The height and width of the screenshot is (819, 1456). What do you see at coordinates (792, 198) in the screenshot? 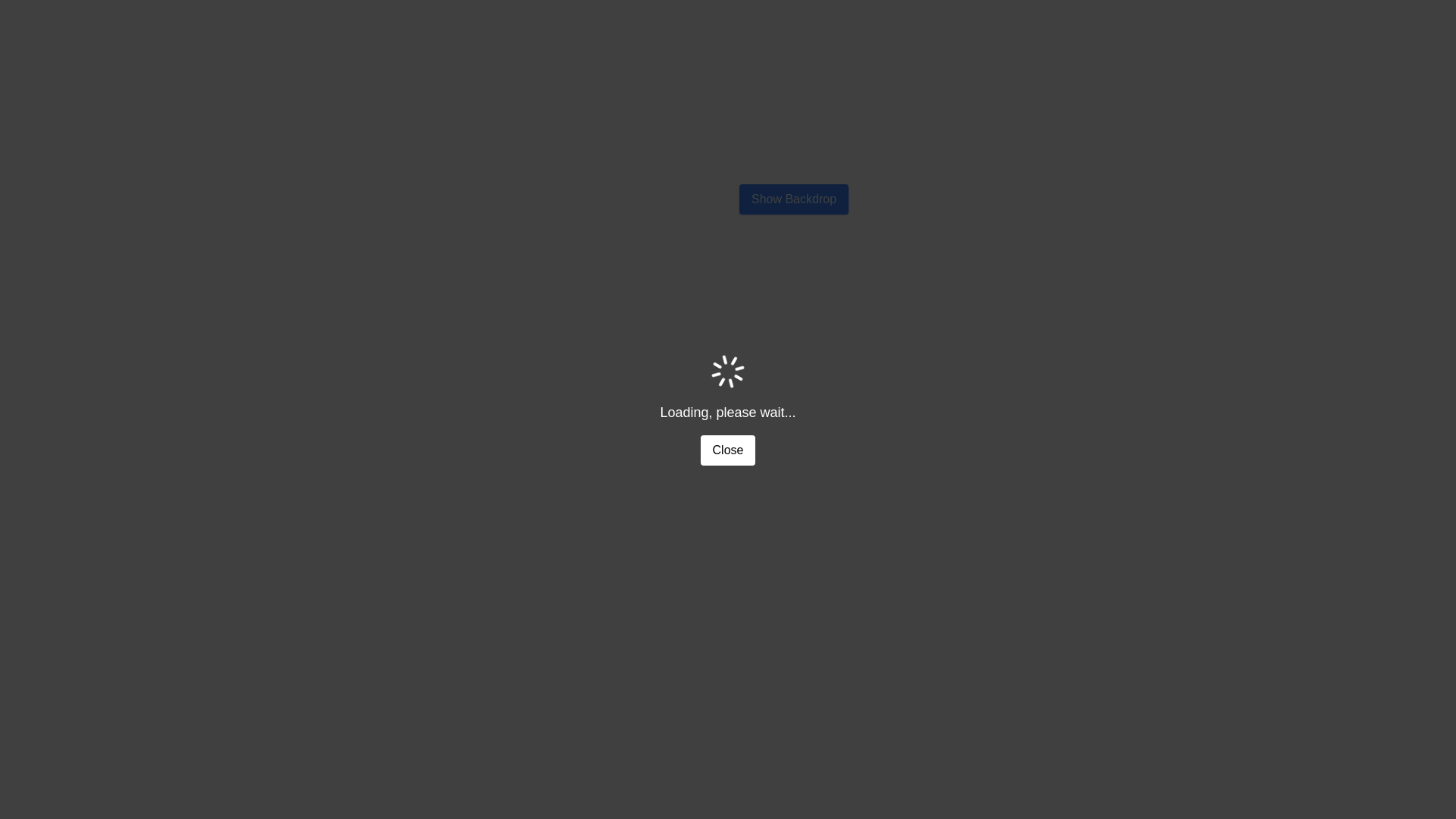
I see `the 'Show Backdrop' button, which has a blue background and white text, located at the top center of the dialog box` at bounding box center [792, 198].